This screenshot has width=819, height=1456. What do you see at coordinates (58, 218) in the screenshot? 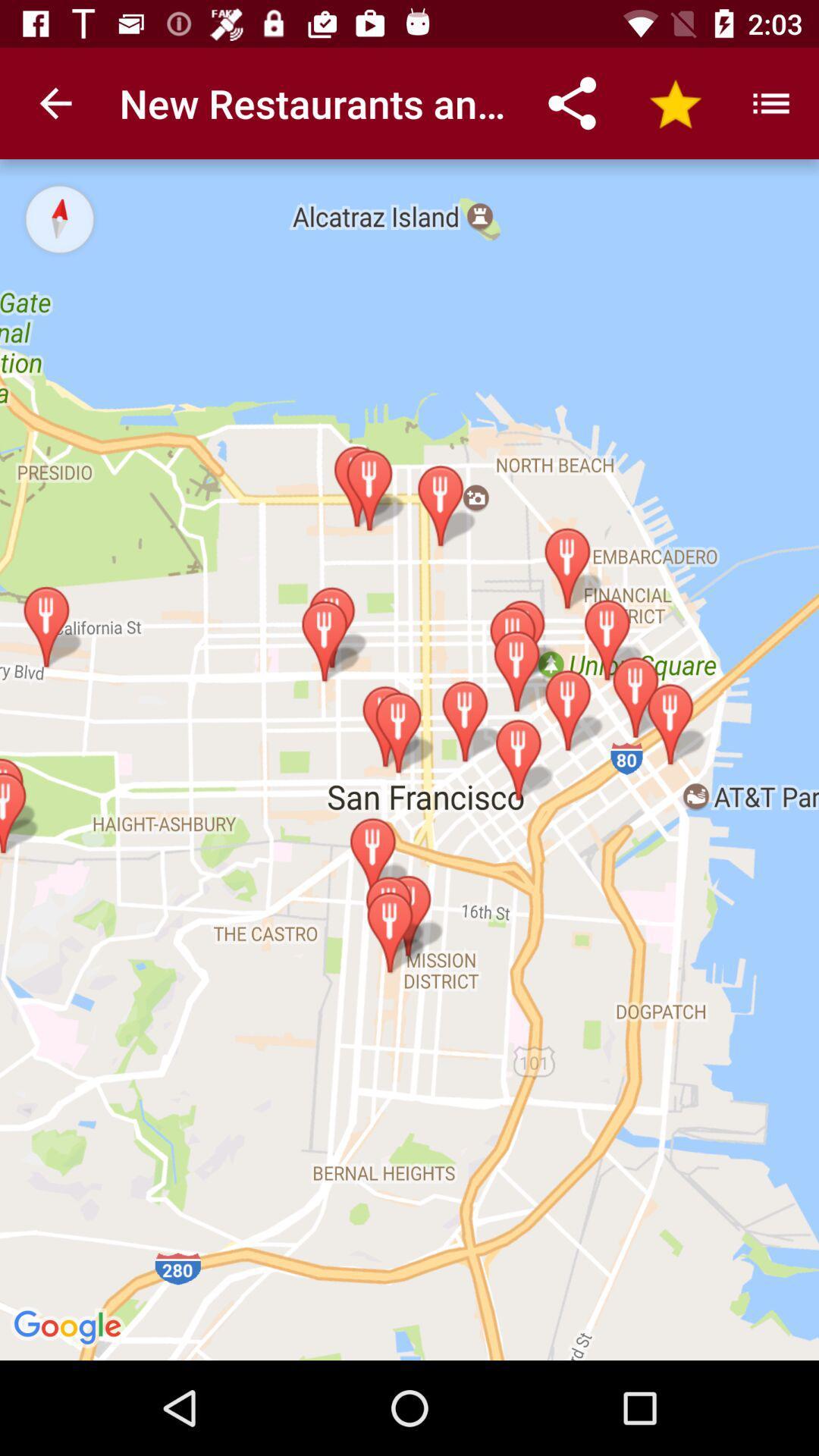
I see `the explore icon` at bounding box center [58, 218].